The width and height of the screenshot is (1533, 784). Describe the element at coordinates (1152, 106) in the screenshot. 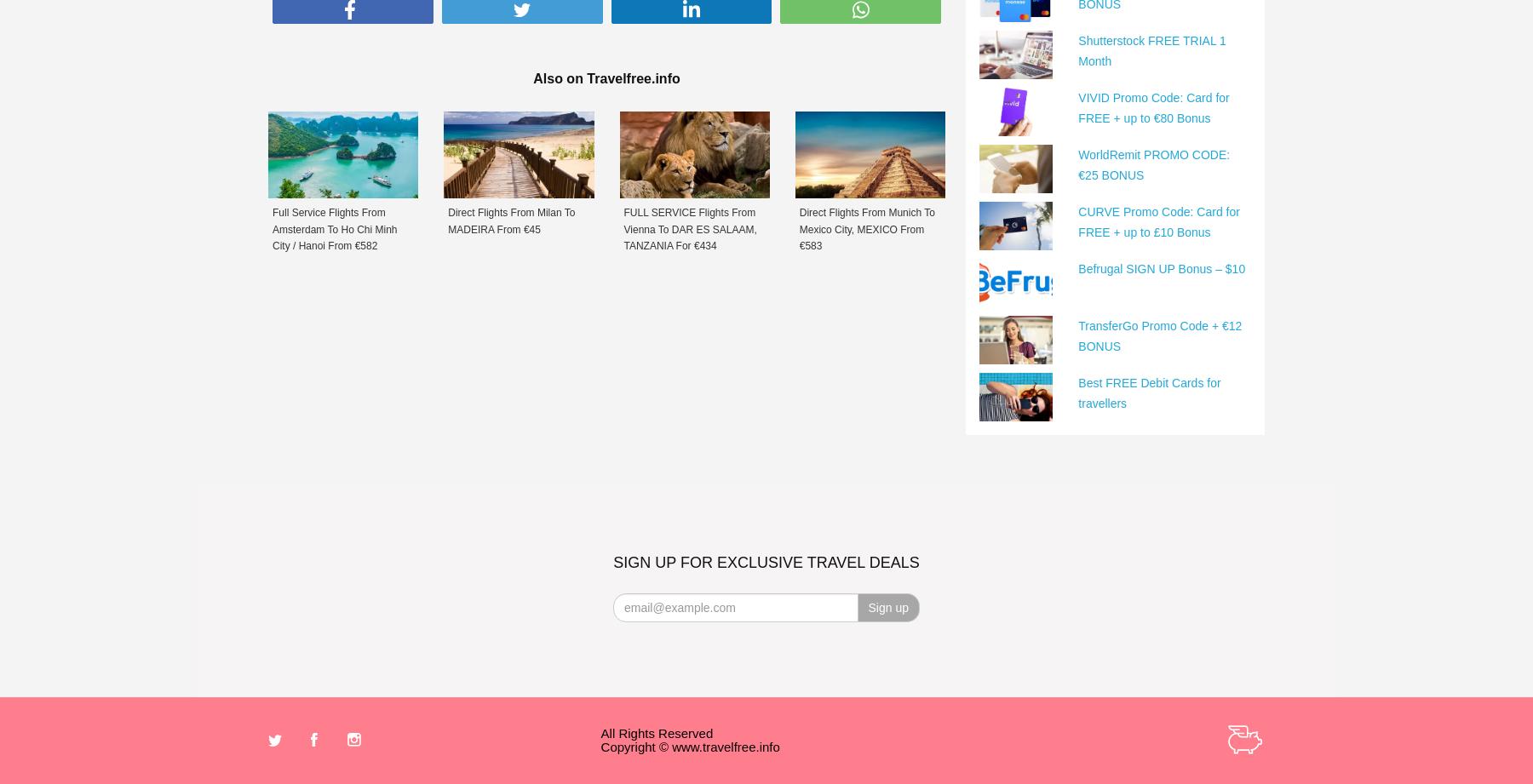

I see `'VIVID Promo Code: Card for FREE + up to €80 Bonus'` at that location.